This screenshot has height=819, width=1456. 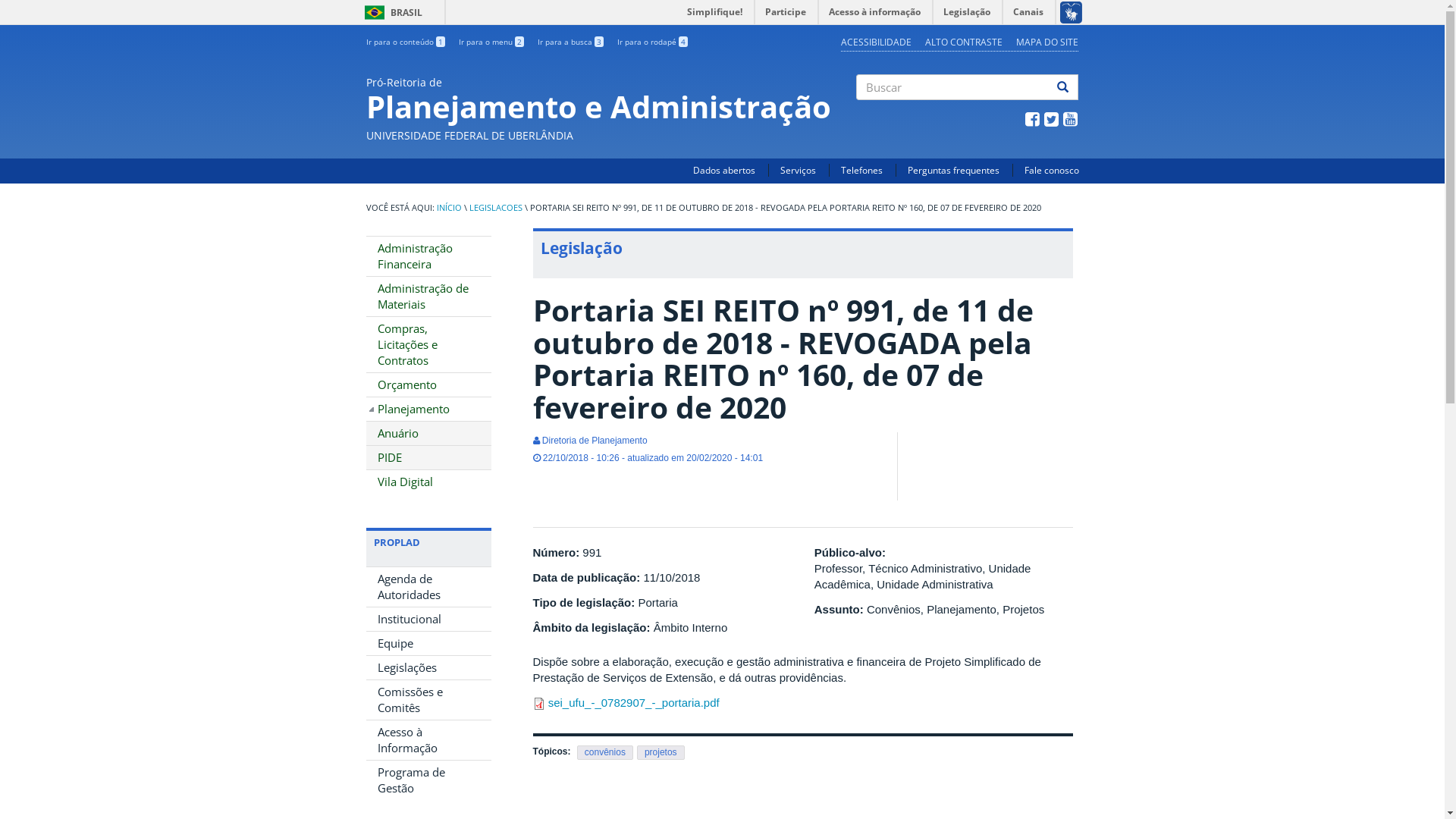 I want to click on 'Perguntas frequentes', so click(x=952, y=170).